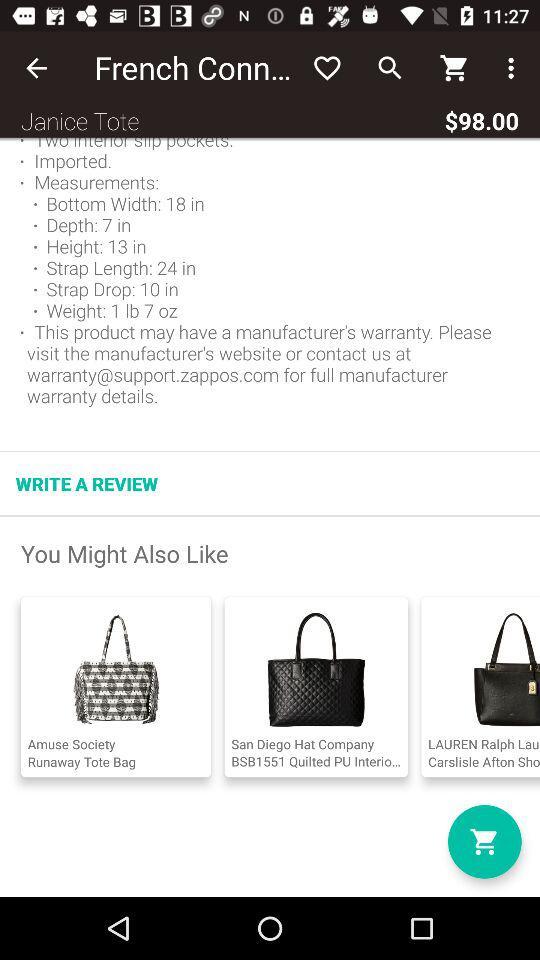  I want to click on item to the left of the french connection item, so click(36, 68).